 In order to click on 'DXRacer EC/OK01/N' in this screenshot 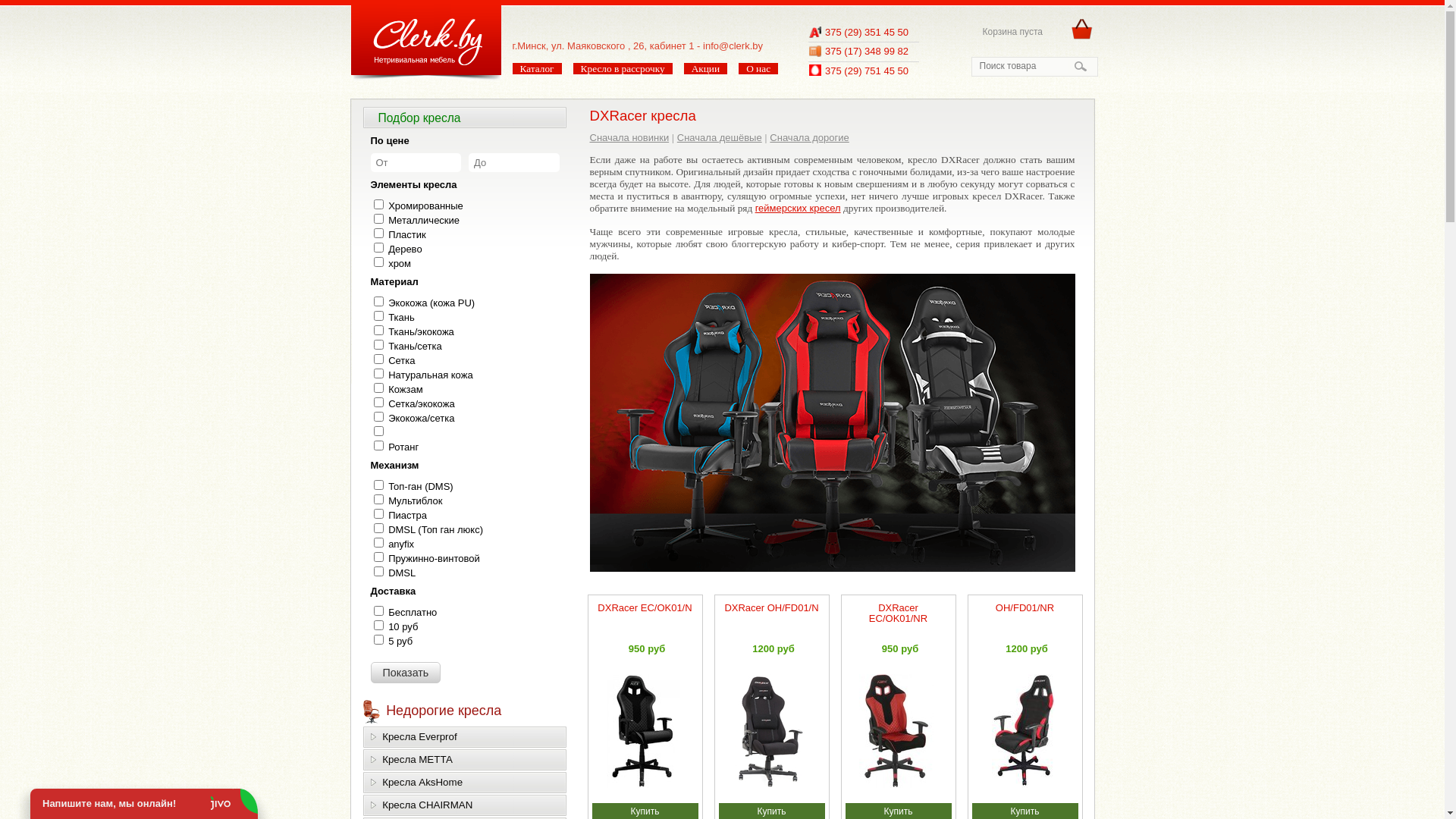, I will do `click(596, 607)`.